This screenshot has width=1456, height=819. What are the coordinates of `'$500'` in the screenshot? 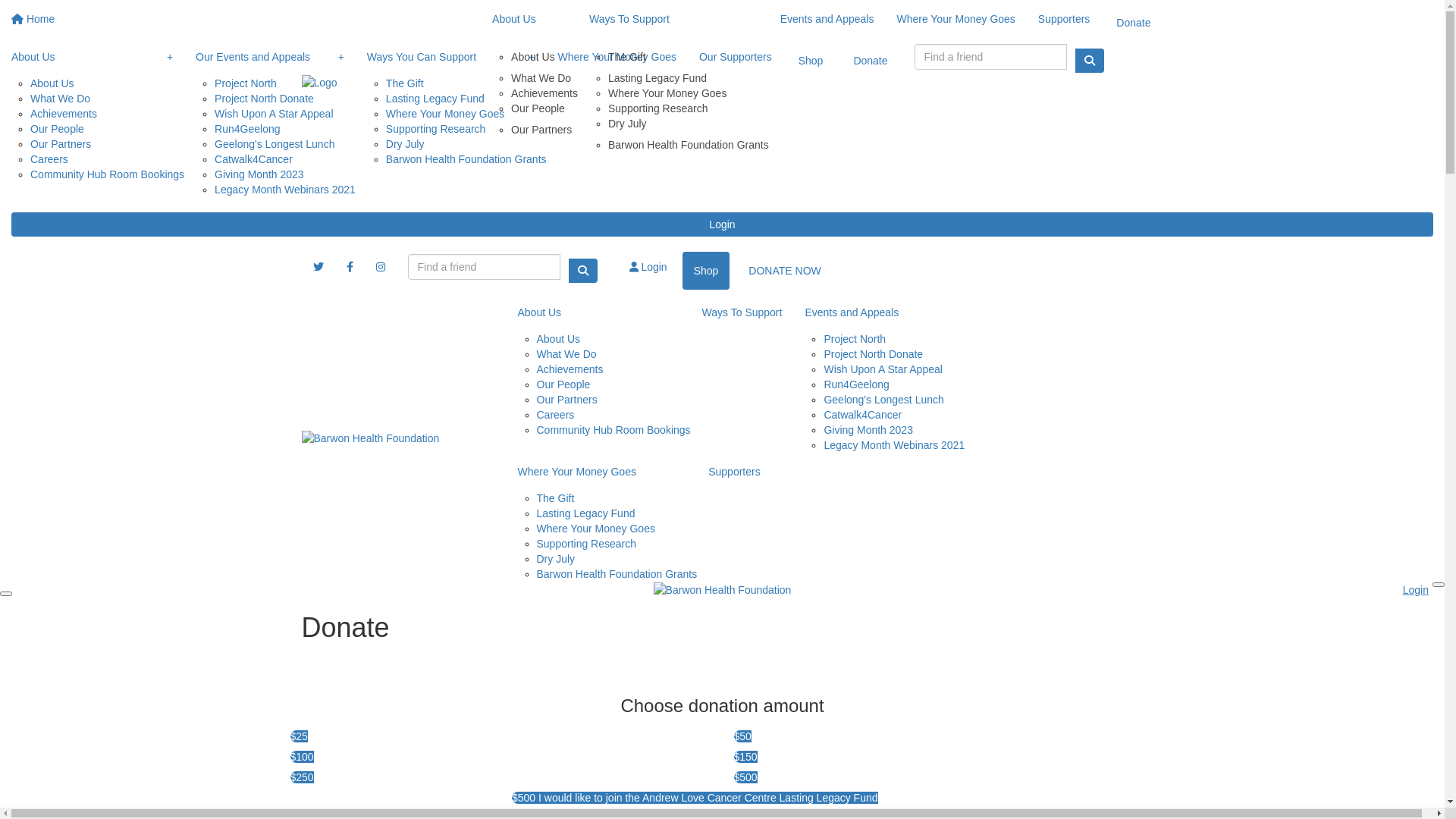 It's located at (720, 774).